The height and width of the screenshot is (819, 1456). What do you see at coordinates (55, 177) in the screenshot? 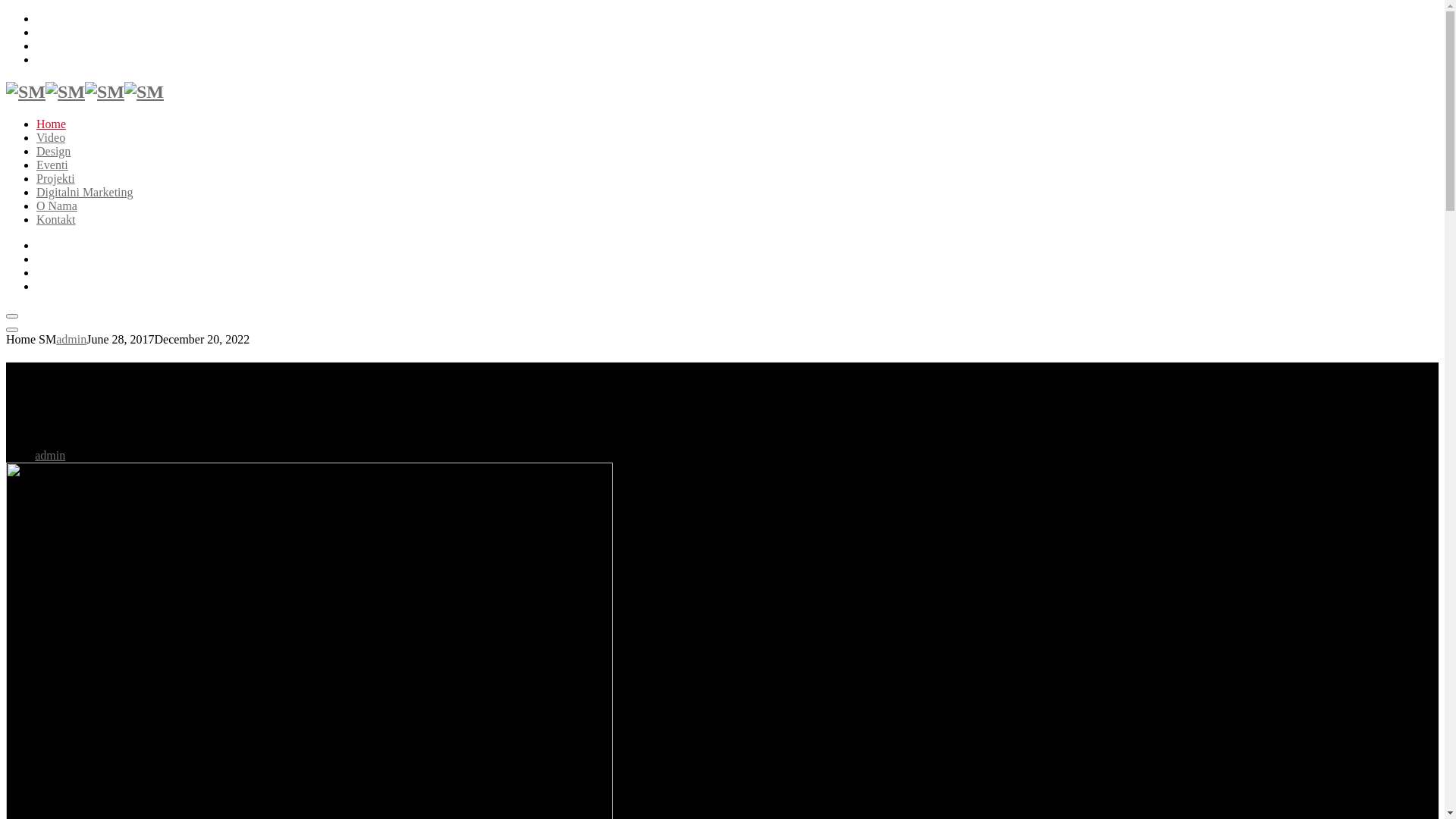
I see `'Projekti'` at bounding box center [55, 177].